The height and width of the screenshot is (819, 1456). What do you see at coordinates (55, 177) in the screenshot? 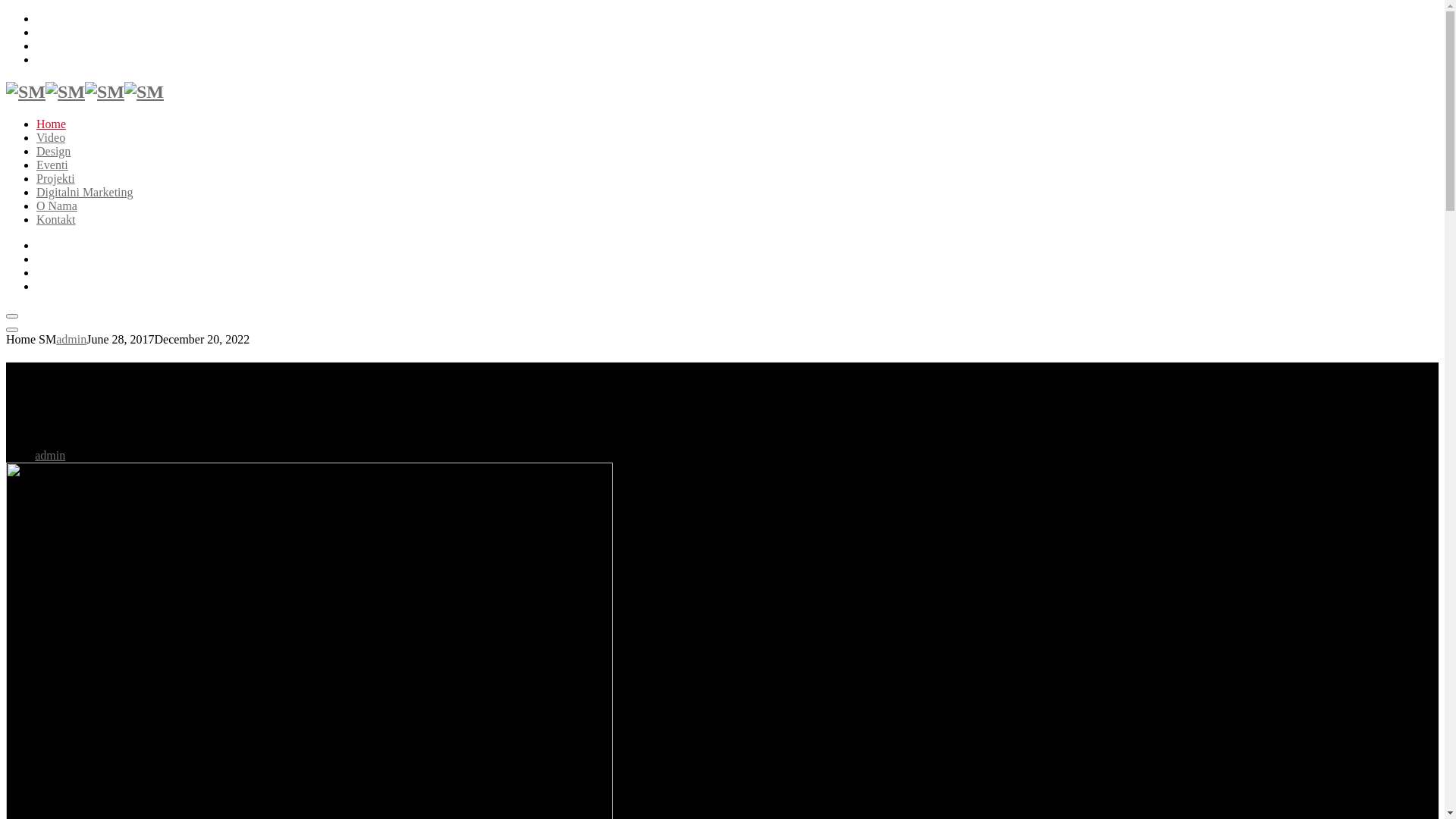
I see `'Projekti'` at bounding box center [55, 177].